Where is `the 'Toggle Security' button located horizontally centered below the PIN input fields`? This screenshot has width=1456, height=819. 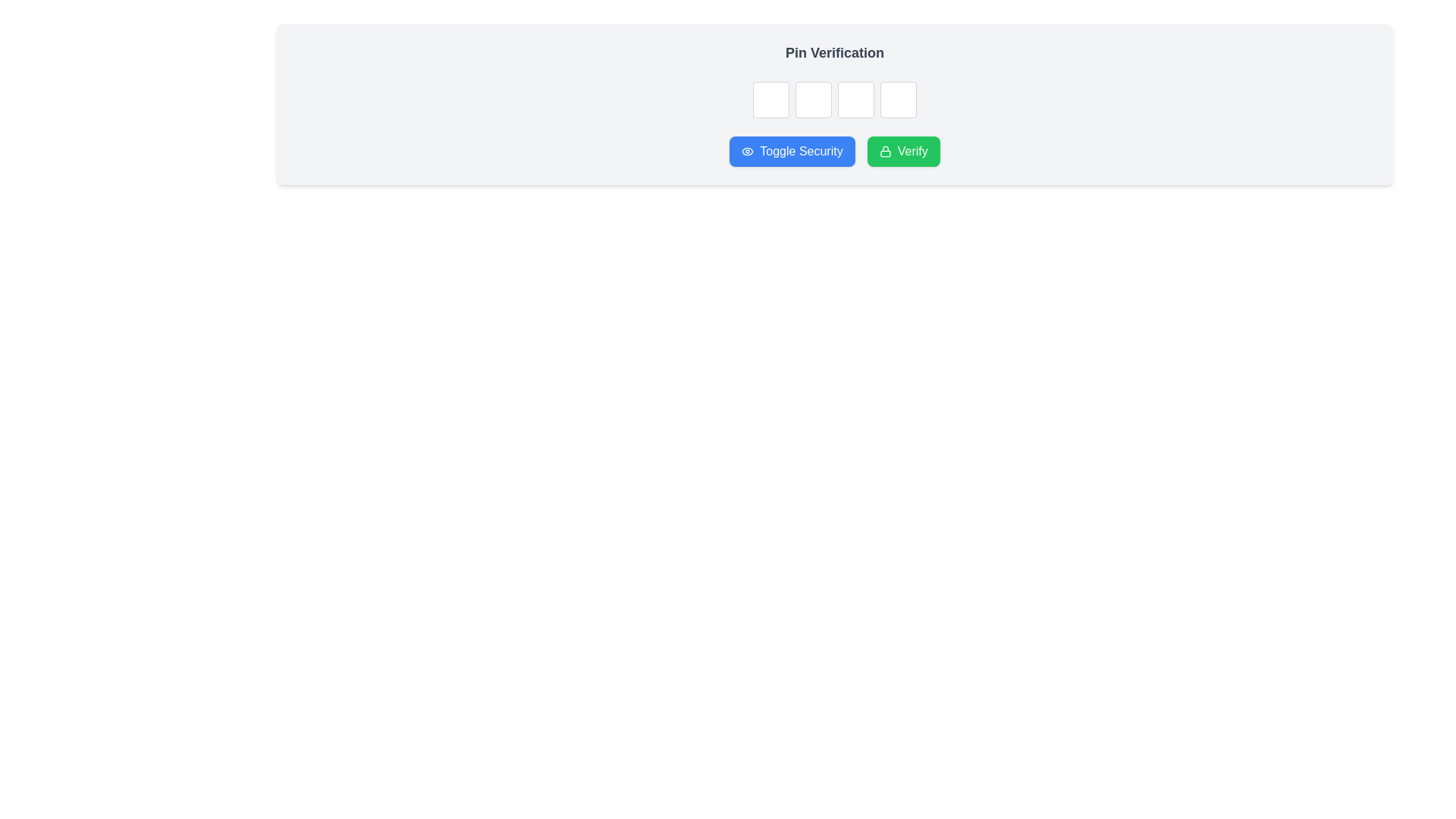 the 'Toggle Security' button located horizontally centered below the PIN input fields is located at coordinates (748, 152).